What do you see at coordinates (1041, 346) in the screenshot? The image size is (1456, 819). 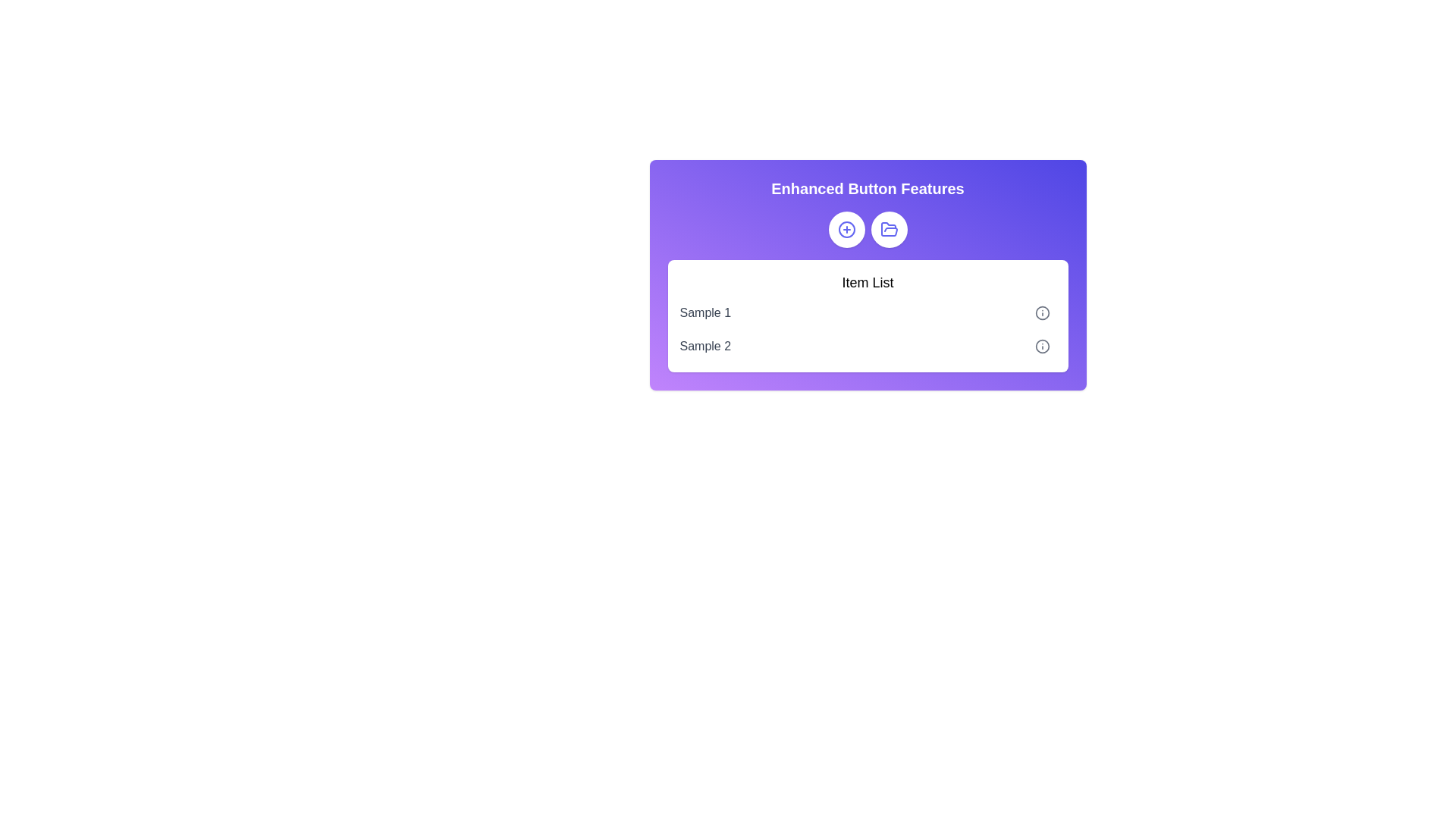 I see `the informational button located to the far right of the 'Sample 2' item` at bounding box center [1041, 346].